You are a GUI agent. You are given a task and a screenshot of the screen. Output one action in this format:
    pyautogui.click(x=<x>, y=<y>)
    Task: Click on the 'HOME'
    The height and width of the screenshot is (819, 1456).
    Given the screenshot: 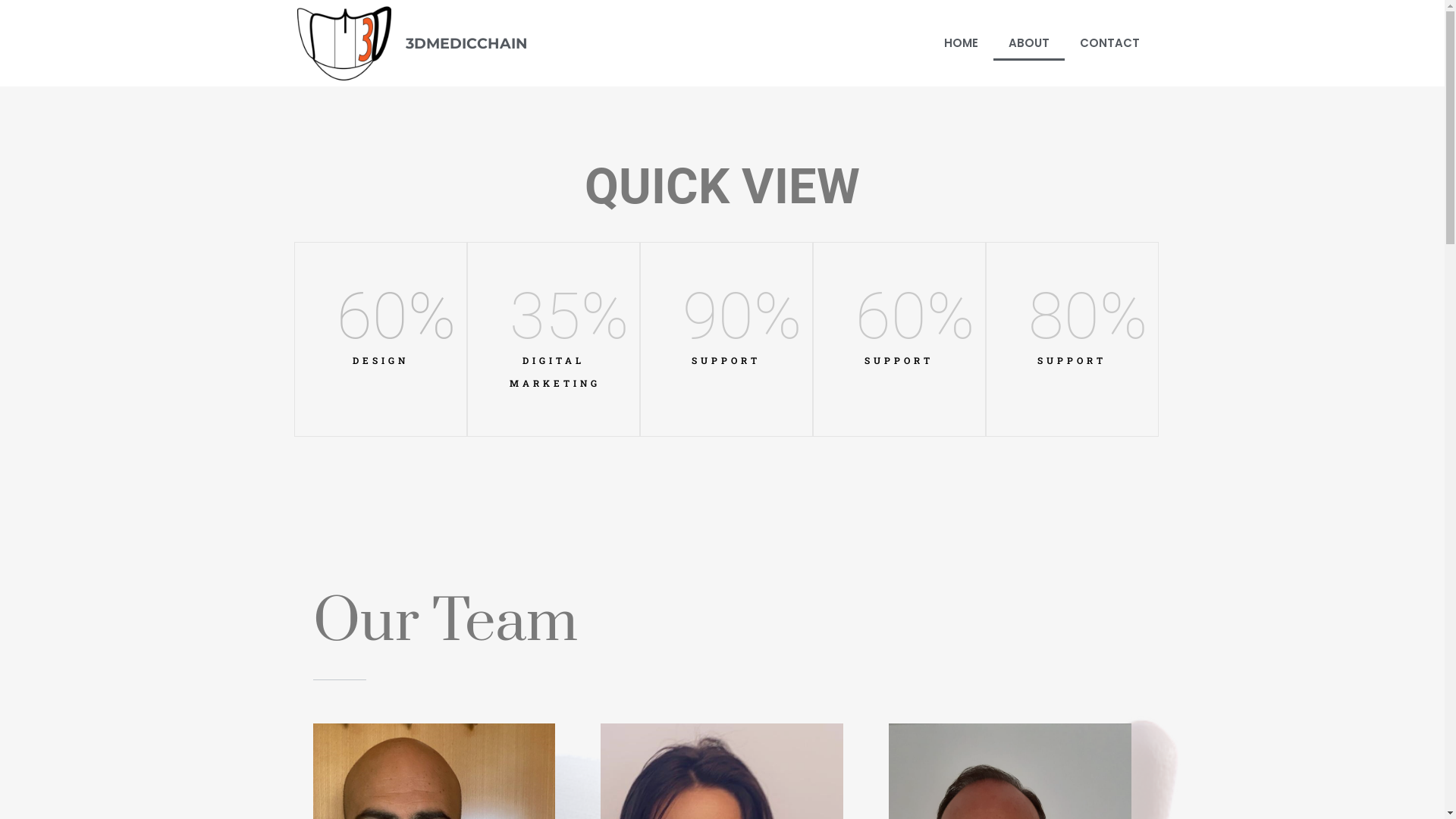 What is the action you would take?
    pyautogui.click(x=959, y=42)
    